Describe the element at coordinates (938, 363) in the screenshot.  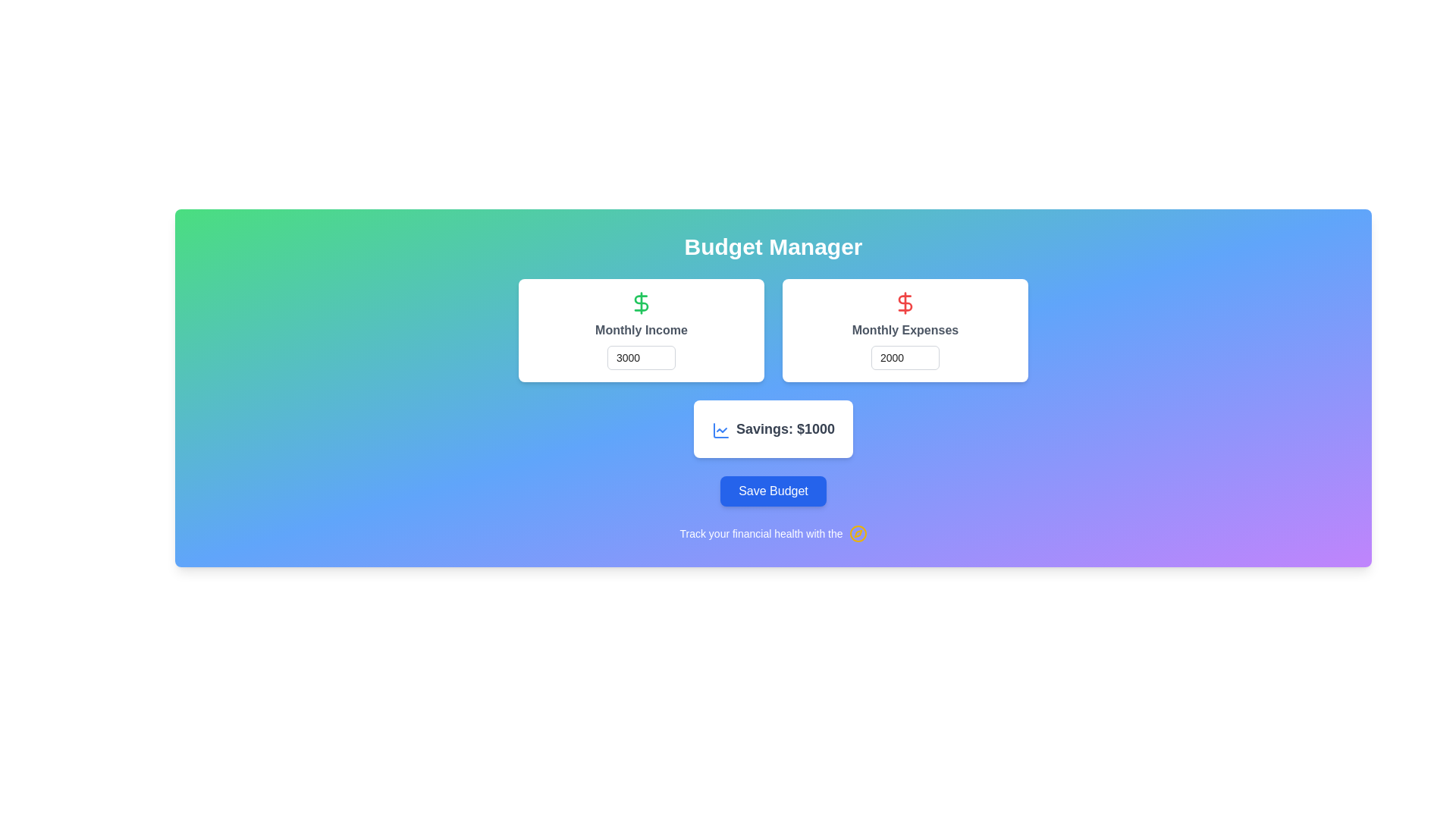
I see `the downward-pointing button in the 'Monthly Expenses' section` at that location.